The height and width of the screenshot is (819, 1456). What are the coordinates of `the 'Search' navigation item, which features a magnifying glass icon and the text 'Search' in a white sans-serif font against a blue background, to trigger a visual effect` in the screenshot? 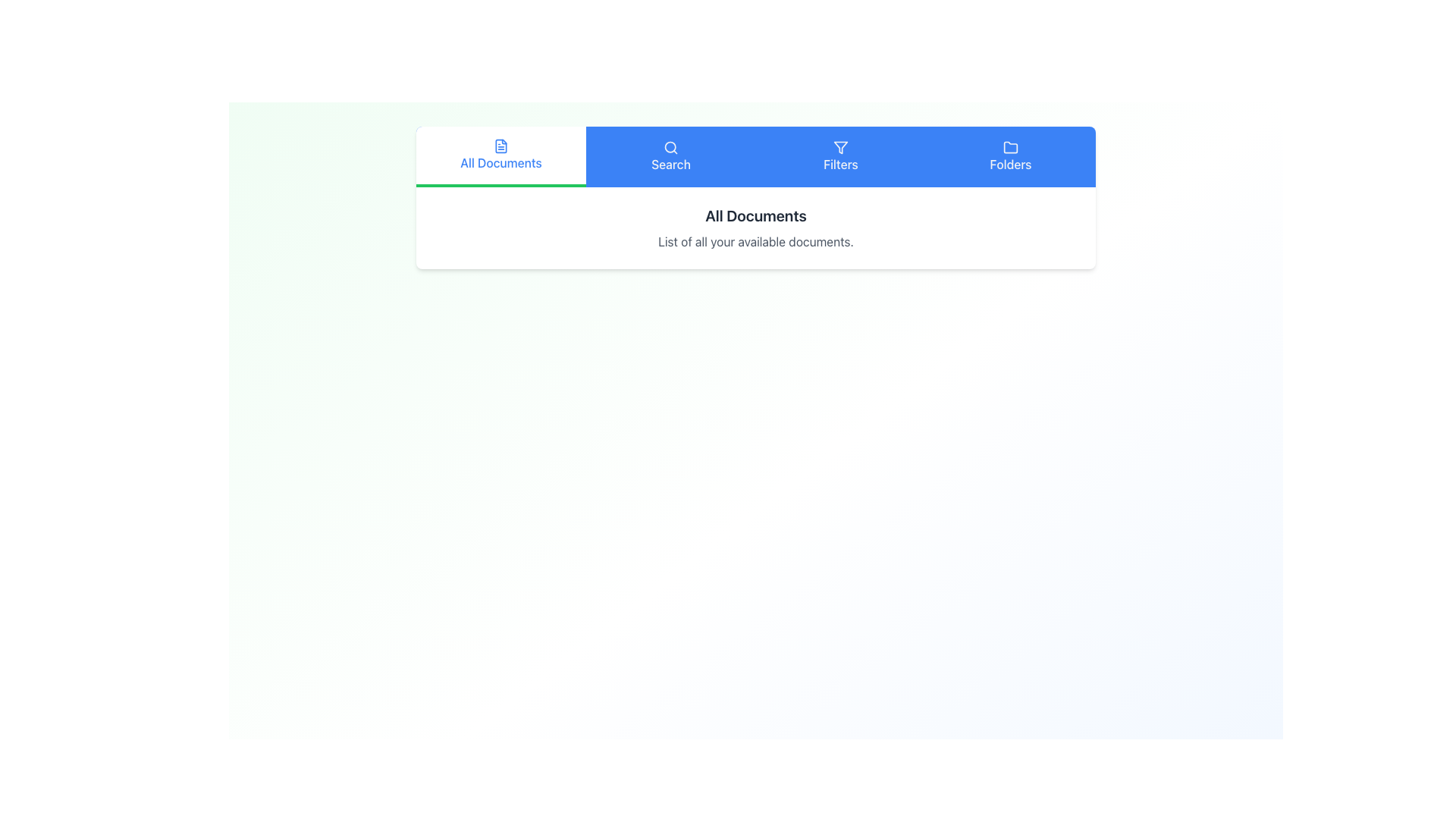 It's located at (670, 157).